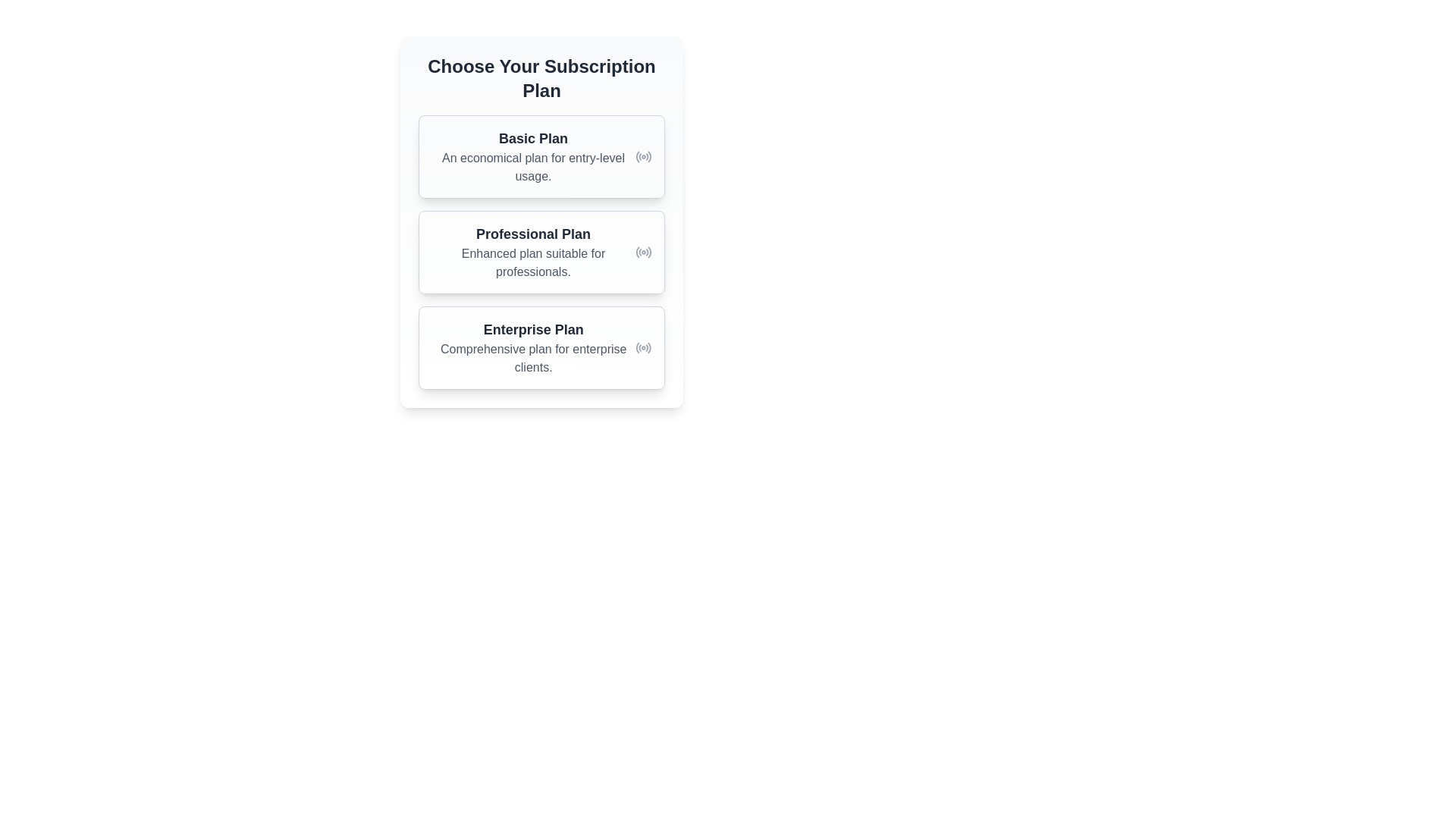  What do you see at coordinates (541, 251) in the screenshot?
I see `to select the second subscription plan option in the vertically stacked list of subscription plans, which is represented by a selectable card with descriptive text and an icon` at bounding box center [541, 251].